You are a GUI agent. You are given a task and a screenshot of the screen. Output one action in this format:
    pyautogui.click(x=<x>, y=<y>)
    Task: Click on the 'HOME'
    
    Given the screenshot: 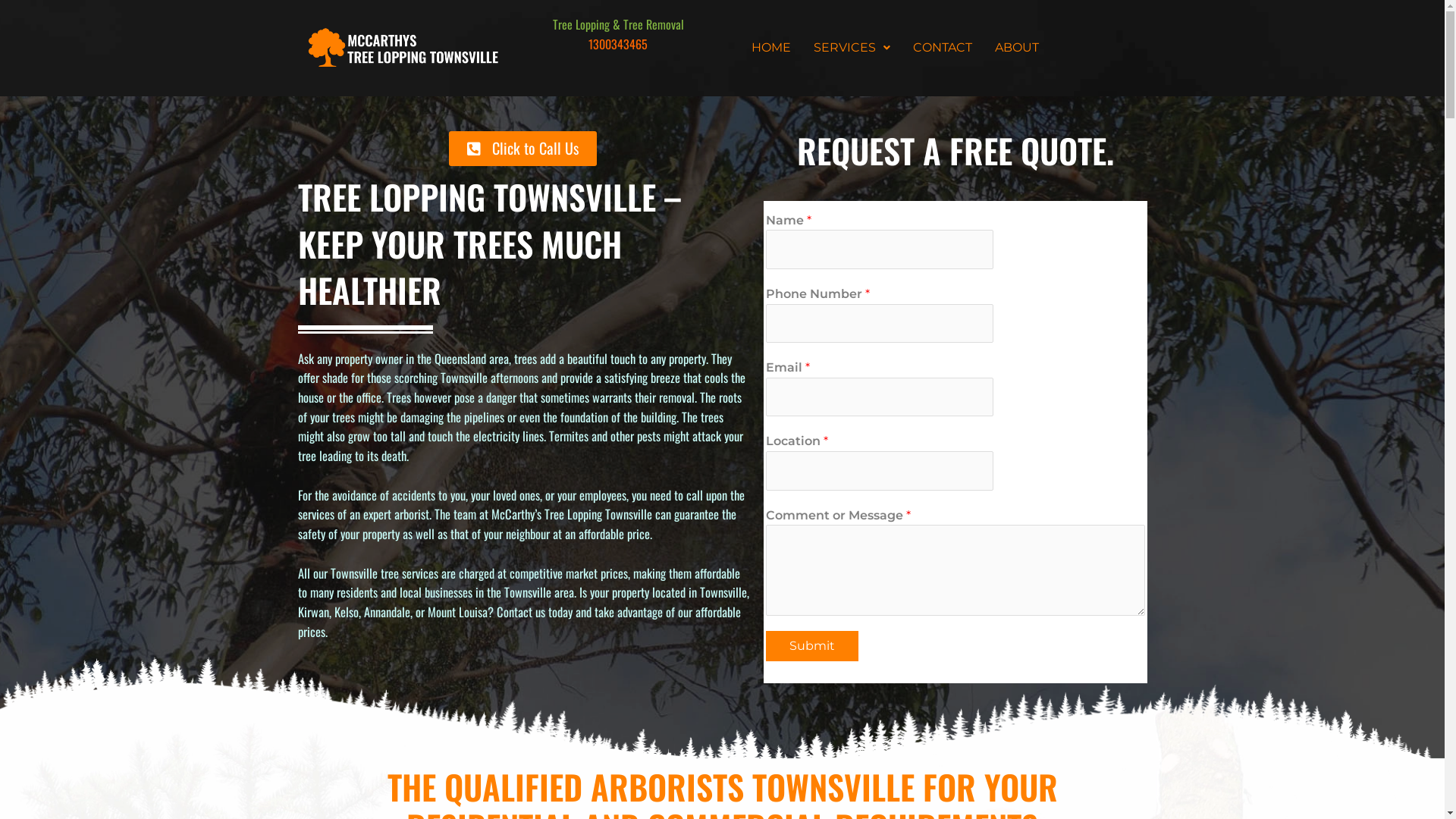 What is the action you would take?
    pyautogui.click(x=771, y=46)
    